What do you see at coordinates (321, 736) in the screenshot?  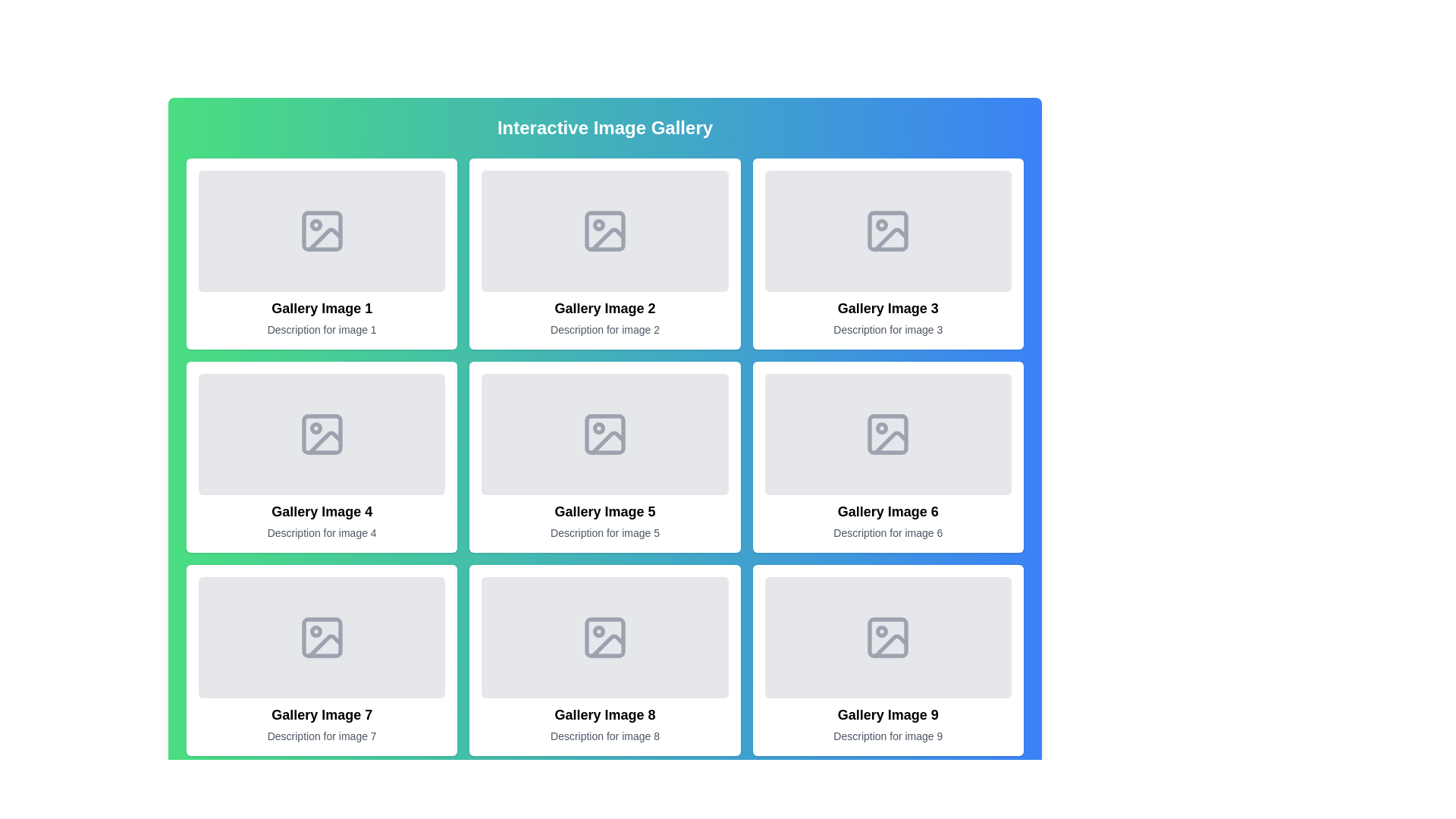 I see `text label located below the main title 'Gallery Image 7' in the ninth card of the gallery grid` at bounding box center [321, 736].